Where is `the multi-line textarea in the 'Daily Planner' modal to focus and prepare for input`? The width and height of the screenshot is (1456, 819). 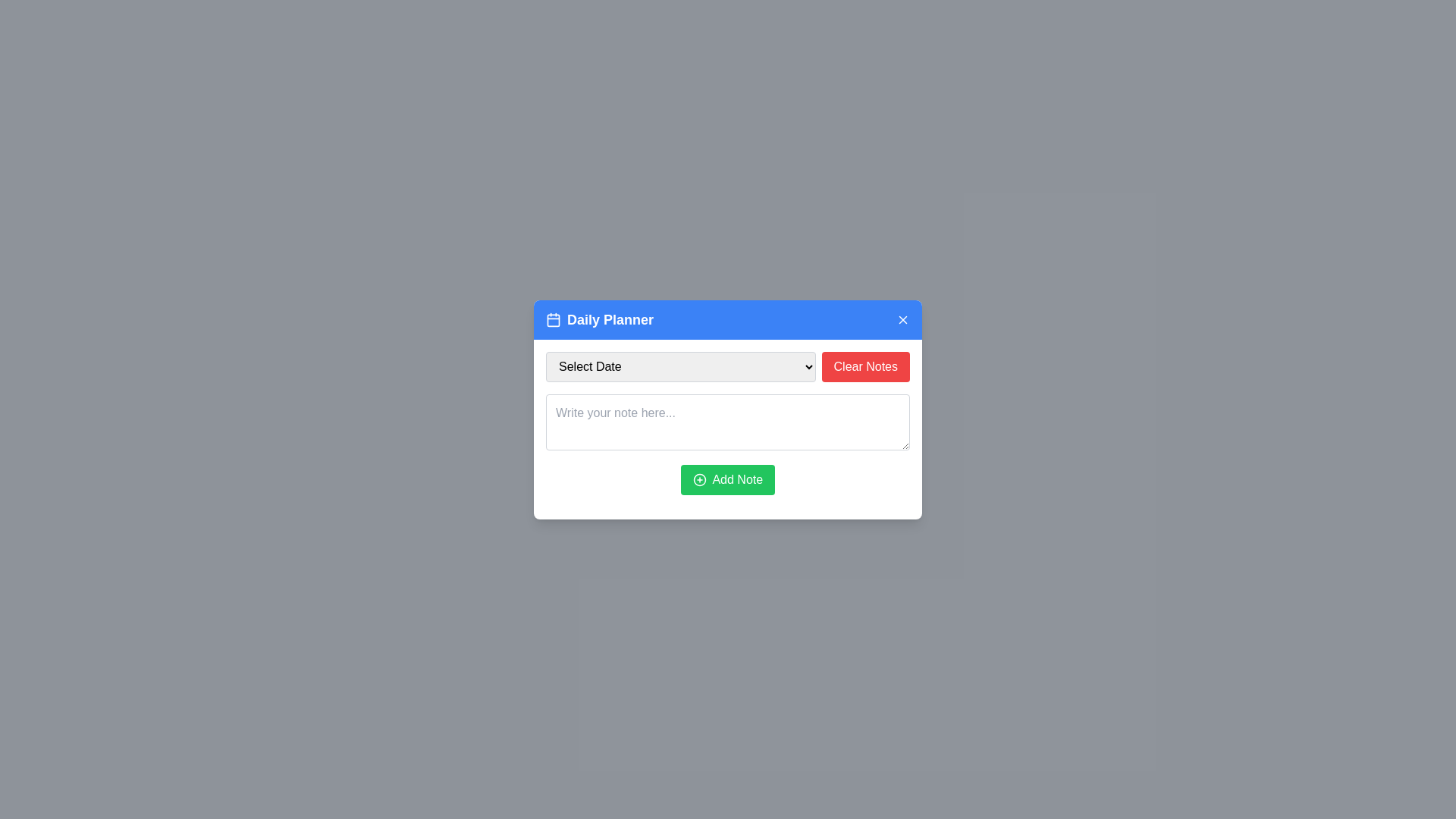
the multi-line textarea in the 'Daily Planner' modal to focus and prepare for input is located at coordinates (728, 429).